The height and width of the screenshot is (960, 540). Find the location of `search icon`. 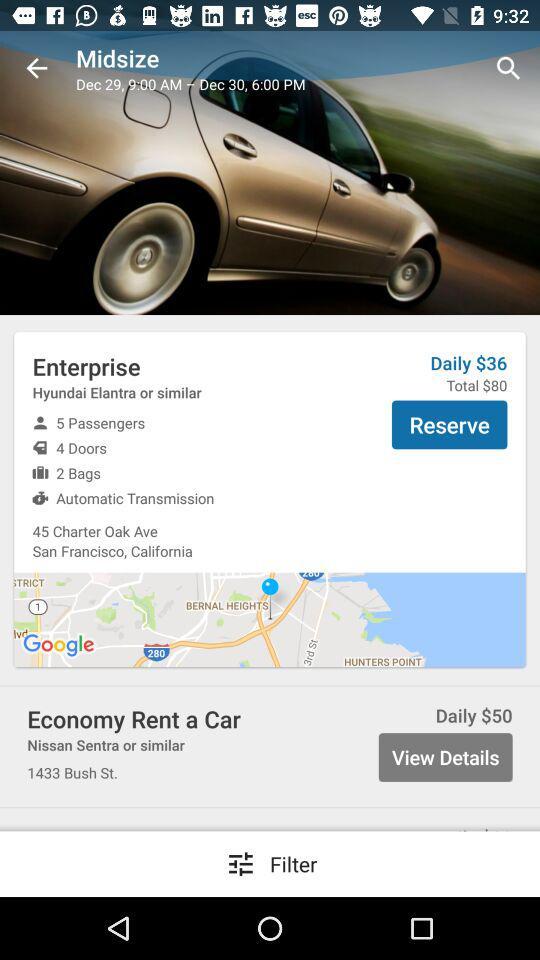

search icon is located at coordinates (508, 68).